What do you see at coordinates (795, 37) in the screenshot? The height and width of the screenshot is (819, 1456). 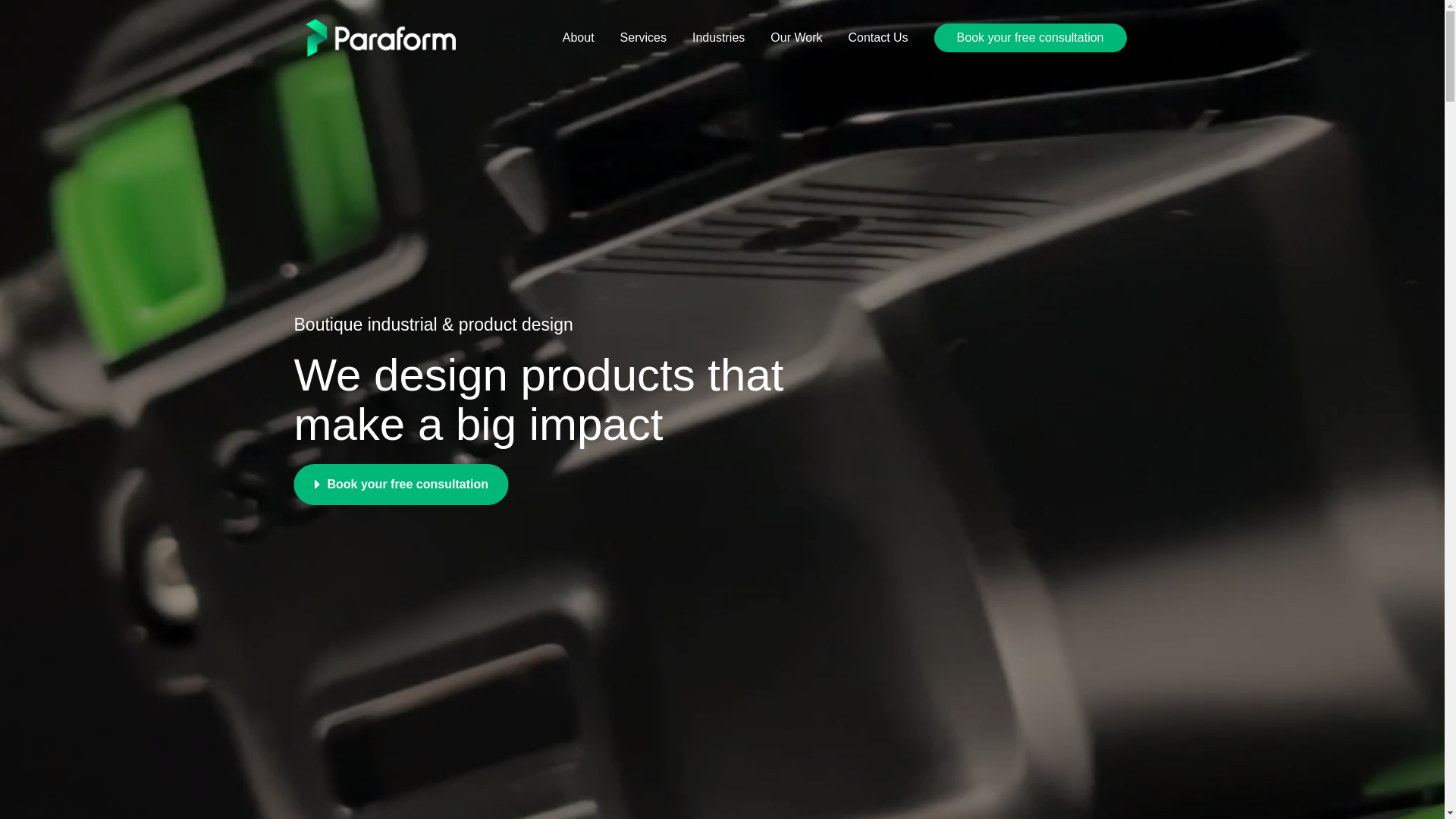 I see `'Our Work'` at bounding box center [795, 37].